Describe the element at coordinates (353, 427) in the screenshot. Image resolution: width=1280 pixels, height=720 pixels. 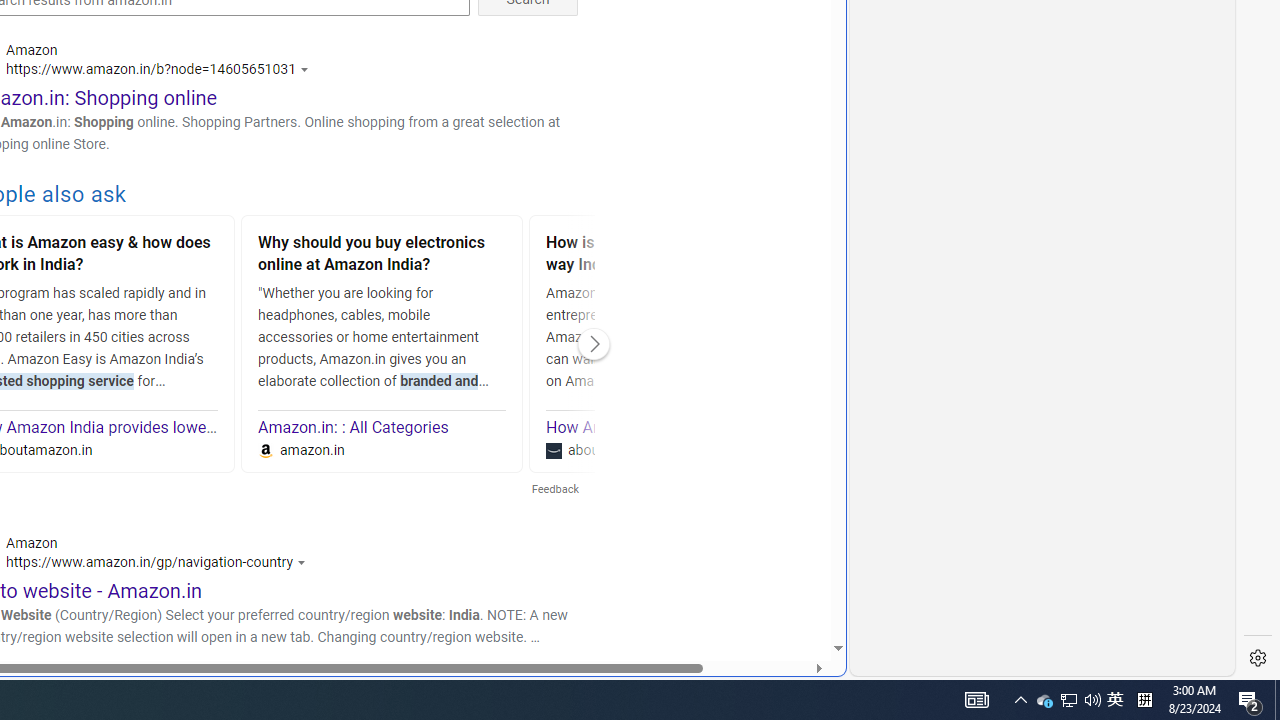
I see `'Amazon.in: : All Categories'` at that location.